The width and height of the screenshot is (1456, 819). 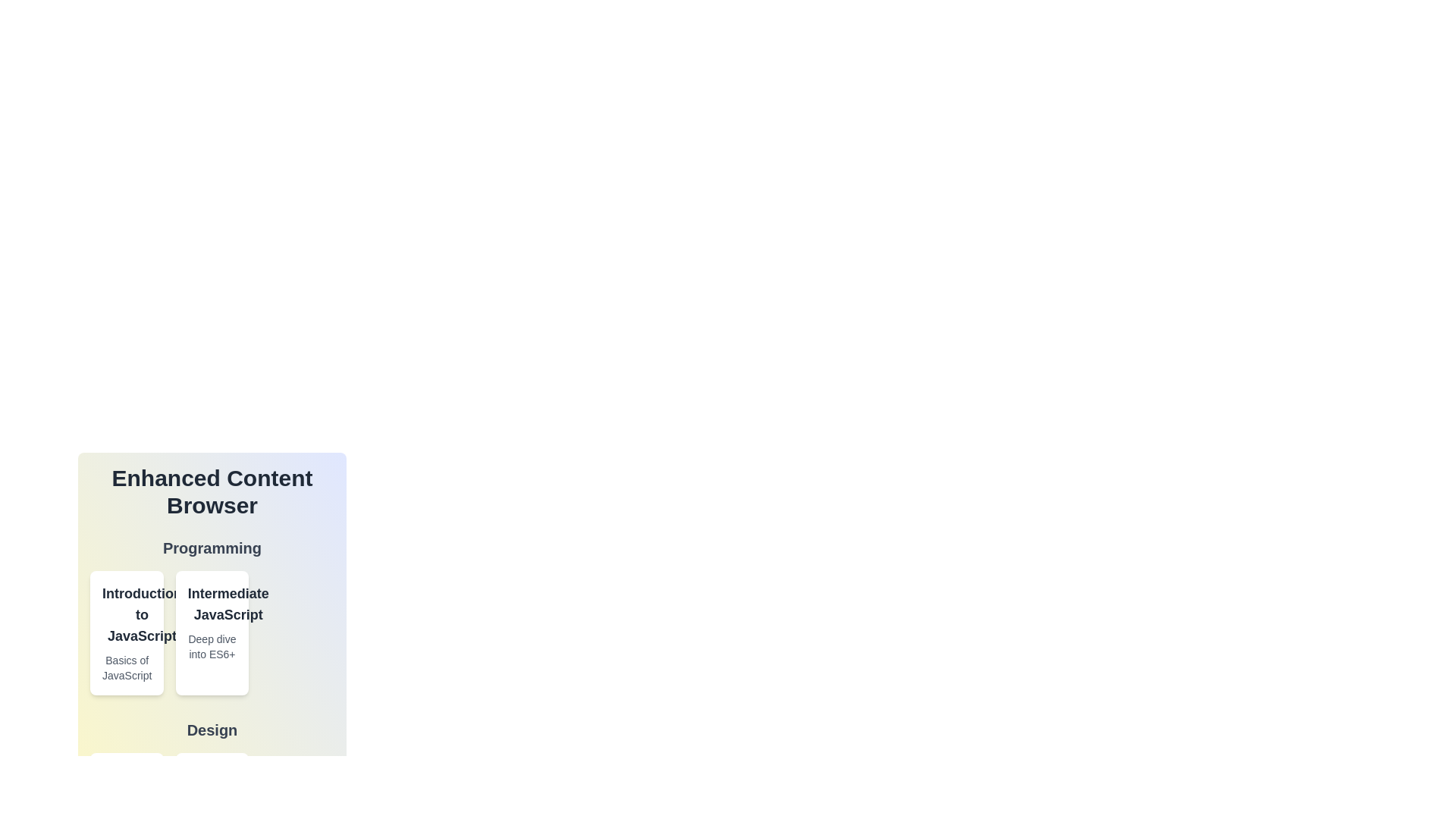 What do you see at coordinates (211, 808) in the screenshot?
I see `the card titled 'Typography'` at bounding box center [211, 808].